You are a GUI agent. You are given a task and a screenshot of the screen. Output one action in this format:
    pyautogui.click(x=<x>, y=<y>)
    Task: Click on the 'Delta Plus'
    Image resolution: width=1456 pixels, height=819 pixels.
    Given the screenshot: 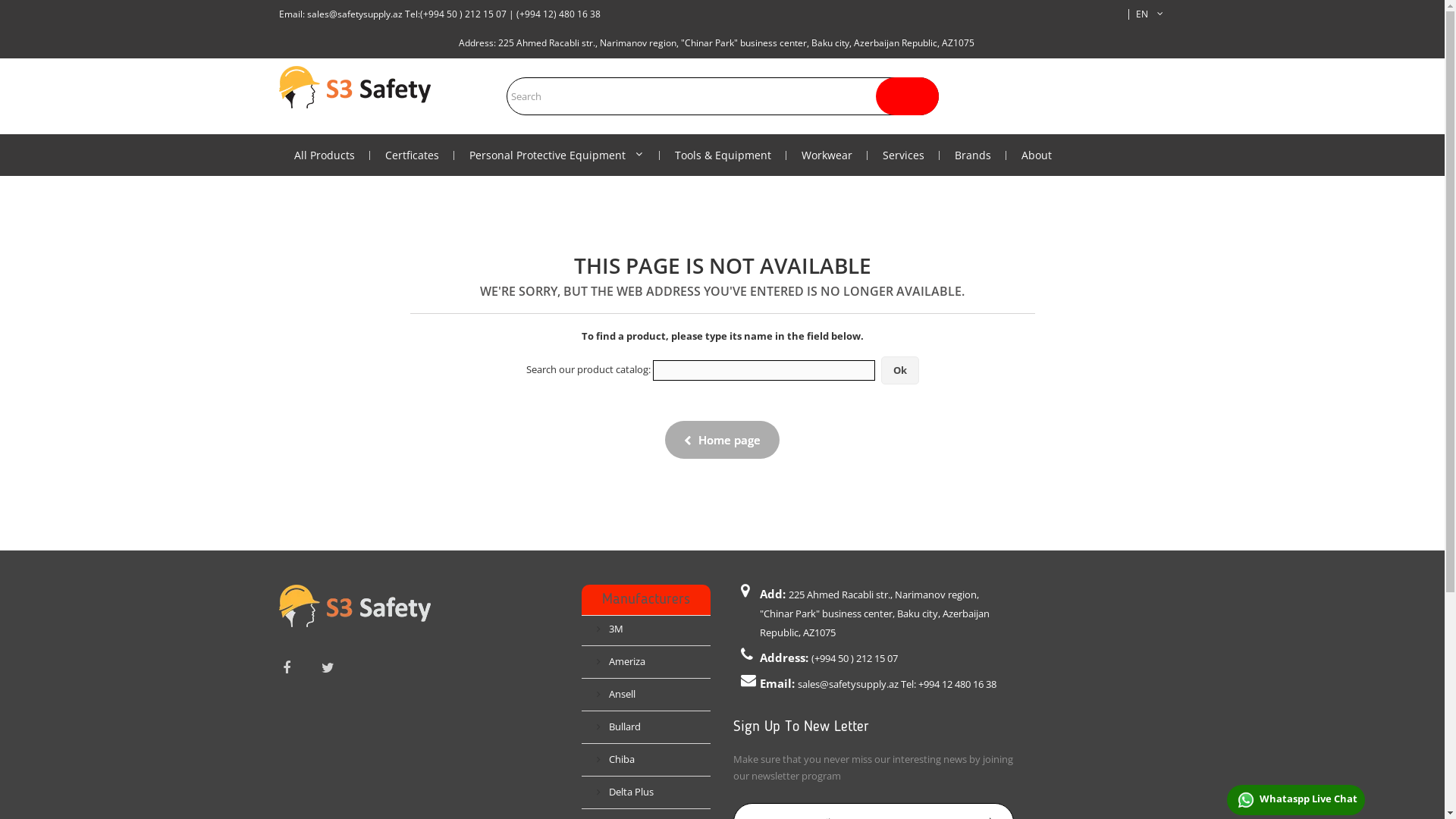 What is the action you would take?
    pyautogui.click(x=625, y=791)
    